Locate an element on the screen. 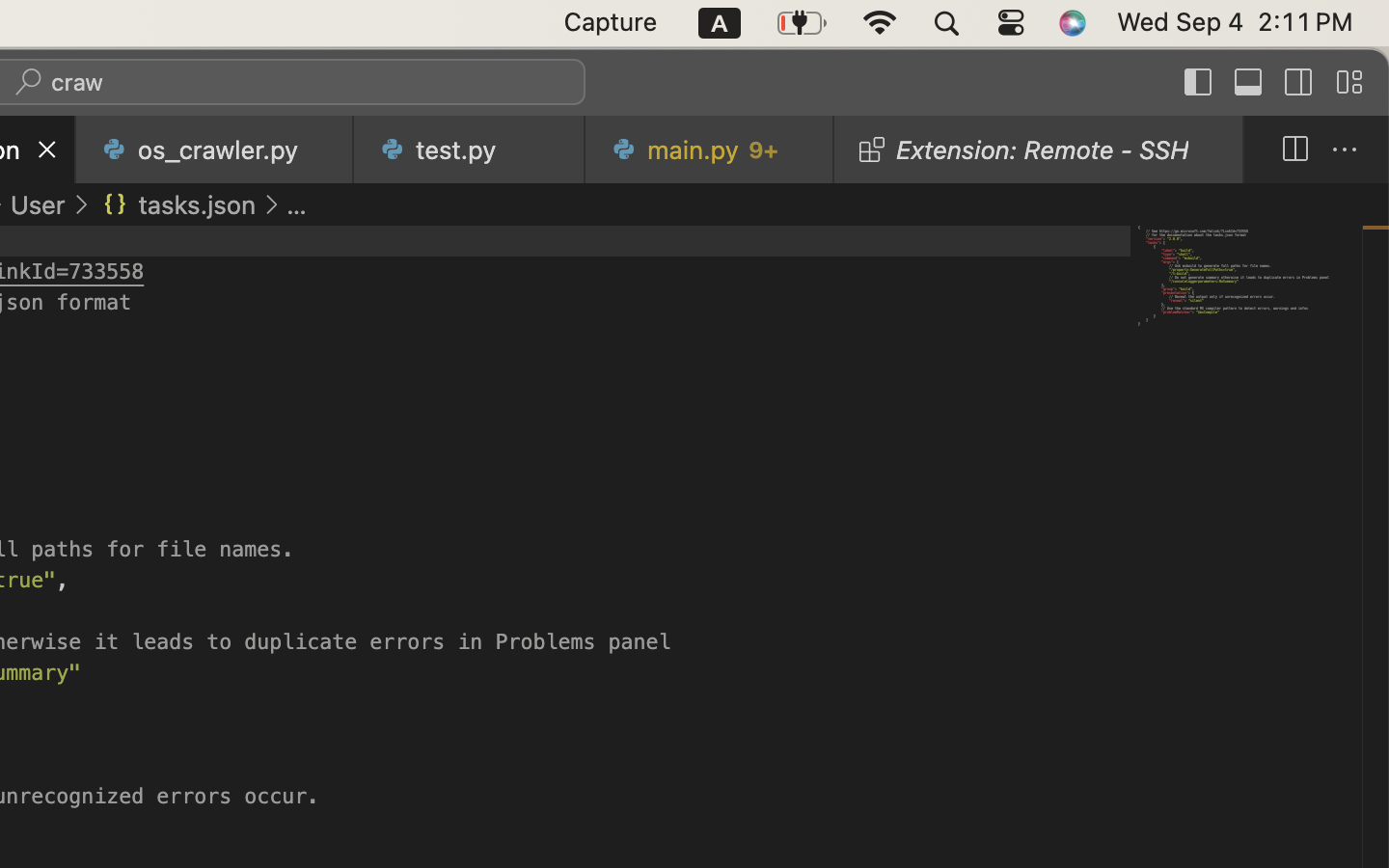 This screenshot has width=1389, height=868. '' is located at coordinates (80, 204).